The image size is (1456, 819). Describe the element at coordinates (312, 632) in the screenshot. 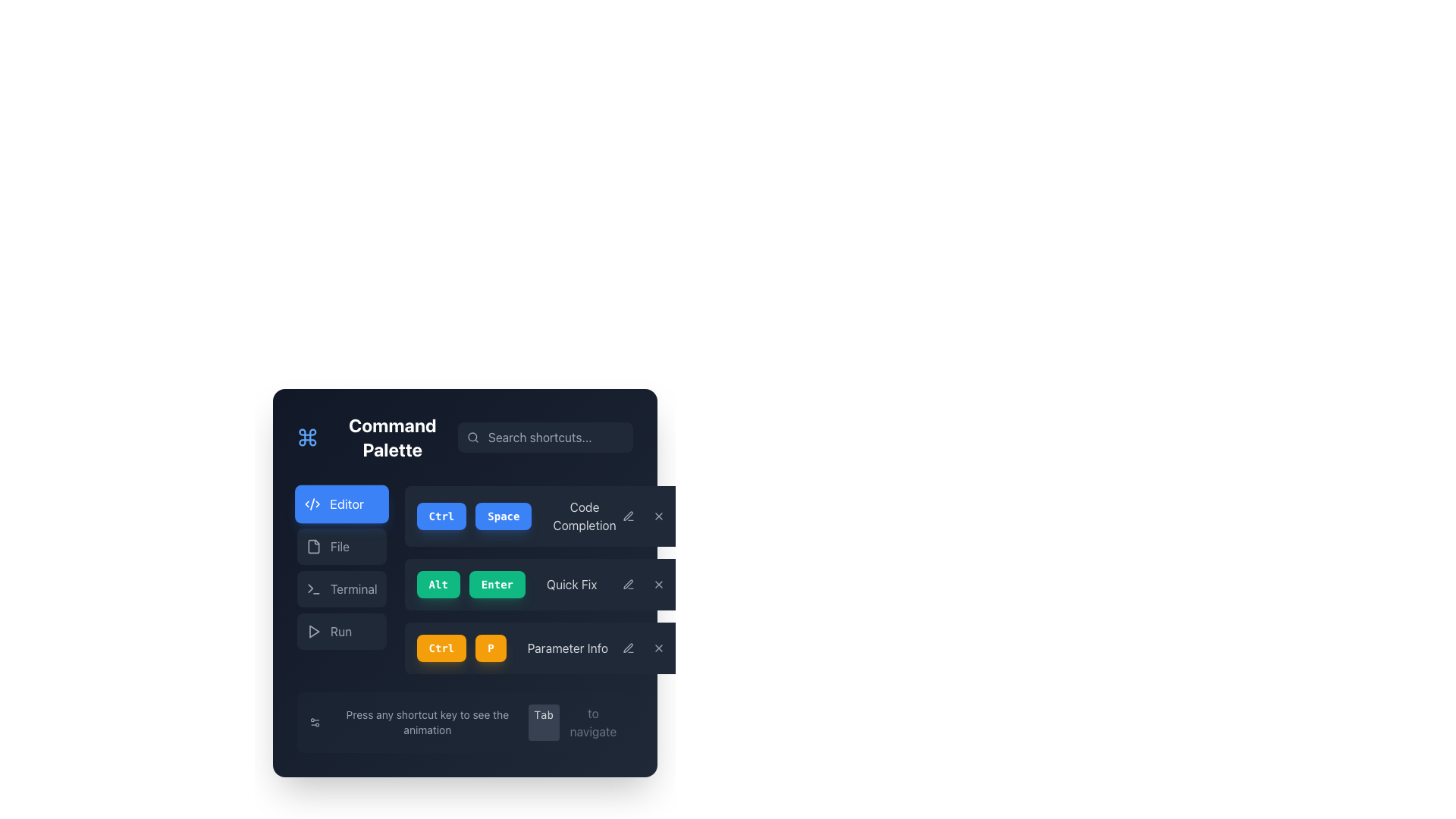

I see `the play or 'Run' icon located to the left of the text 'Run' in the vertically stacked menu to initiate the associated action` at that location.